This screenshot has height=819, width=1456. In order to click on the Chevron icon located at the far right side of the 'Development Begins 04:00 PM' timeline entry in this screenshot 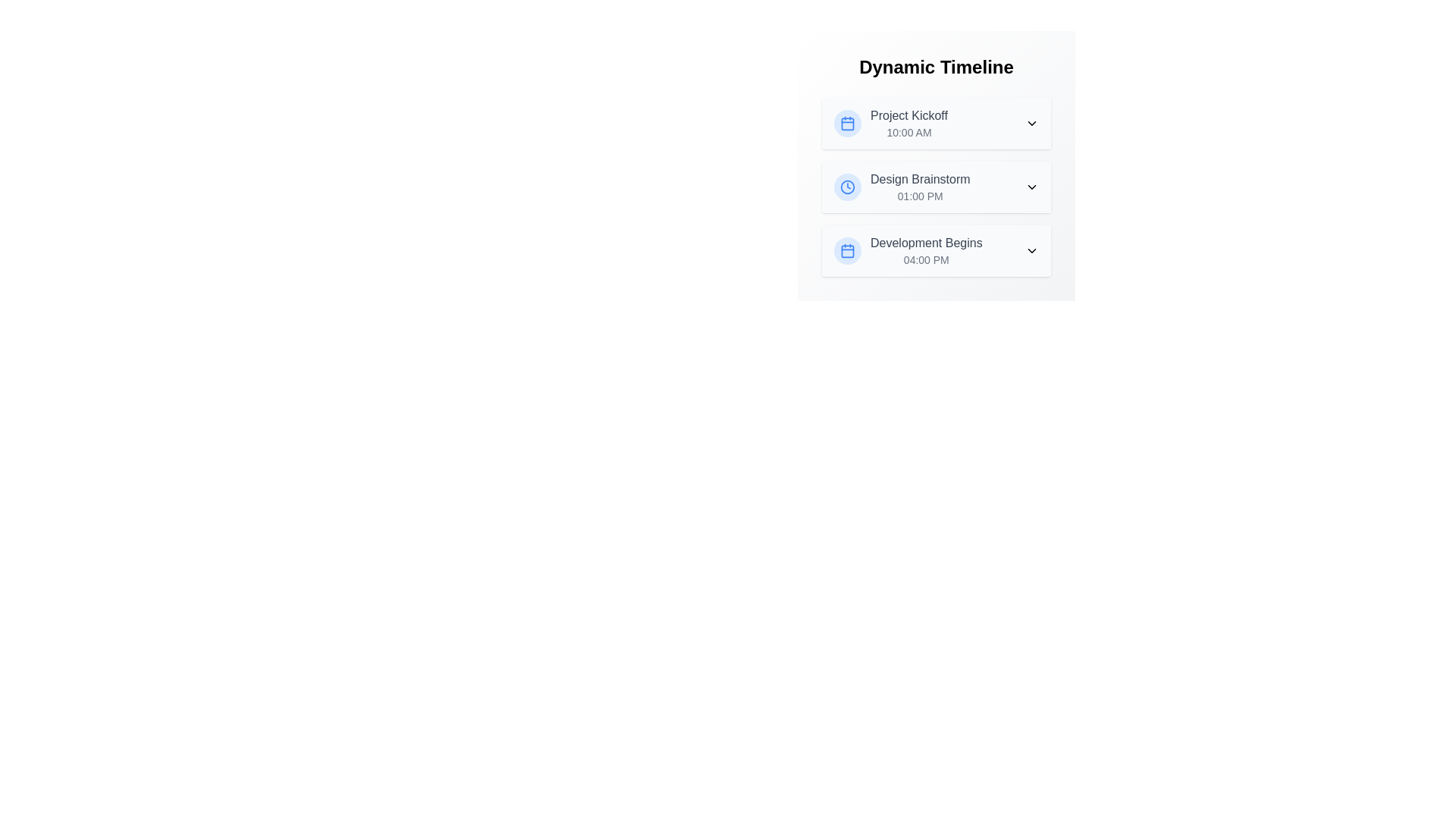, I will do `click(1031, 250)`.